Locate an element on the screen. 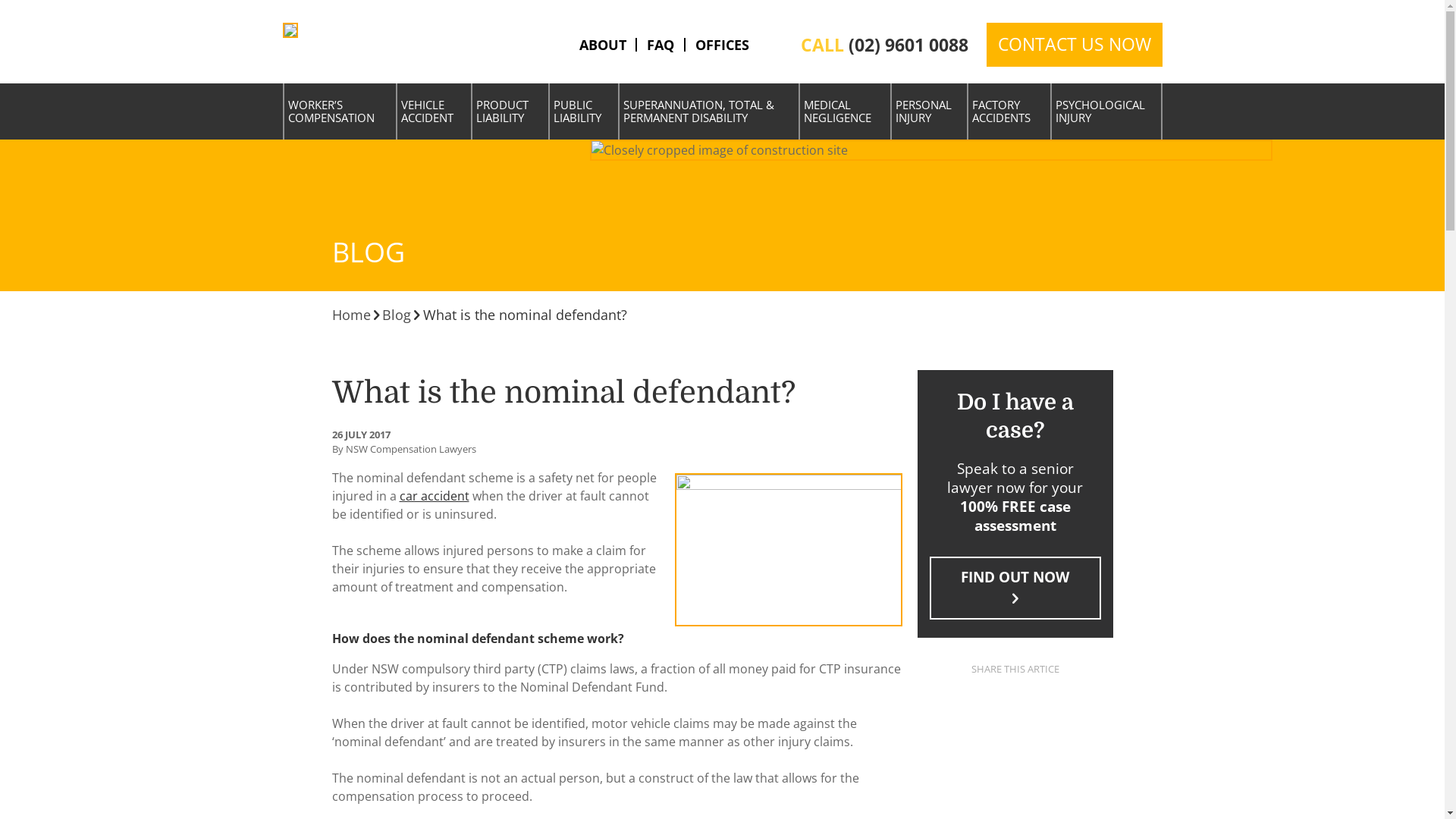  'CALL (02) 9601 0088' is located at coordinates (884, 44).